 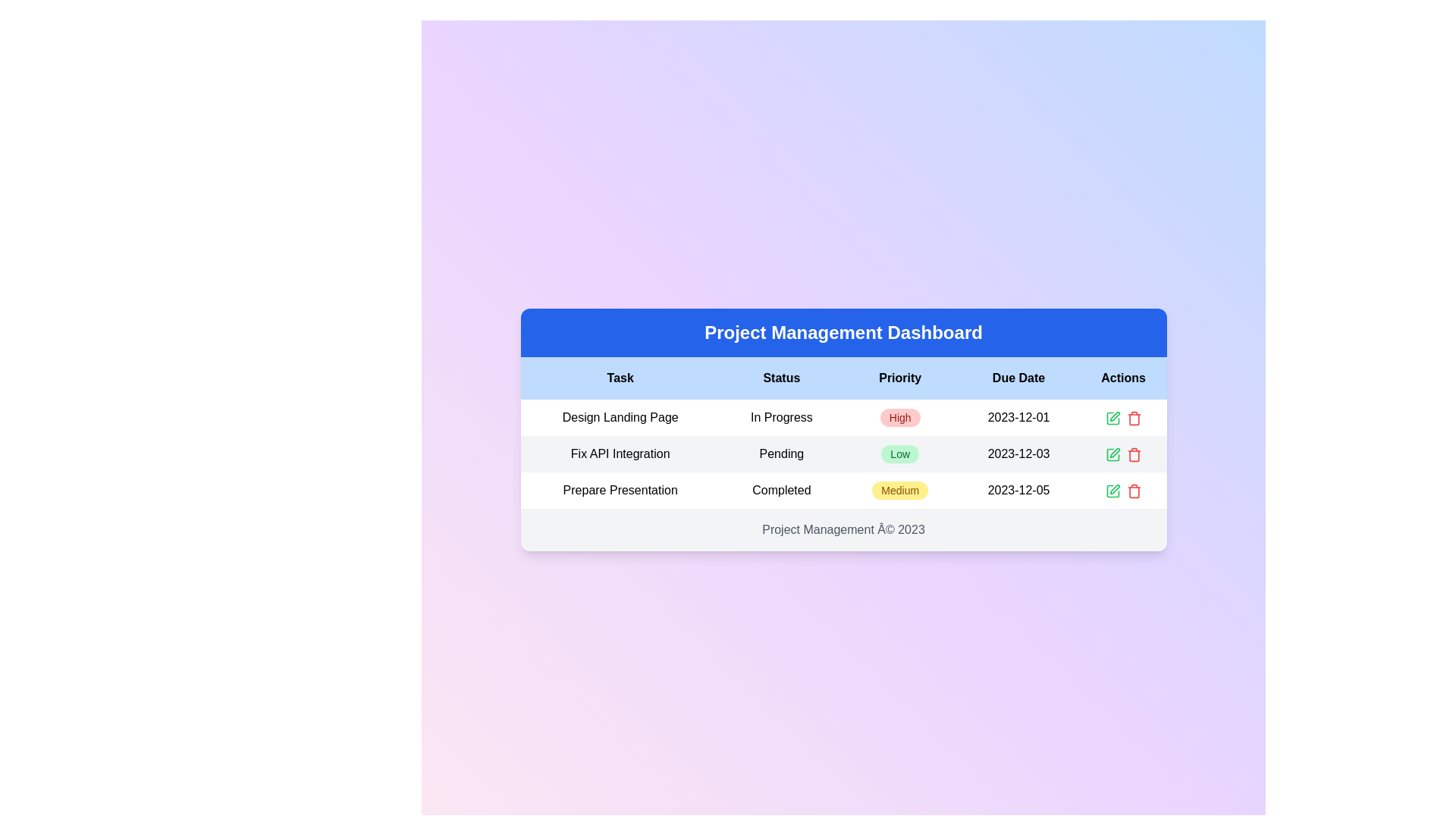 I want to click on the red trash icon button in the actions group for the 'Design Landing Page' row, so click(x=1134, y=418).